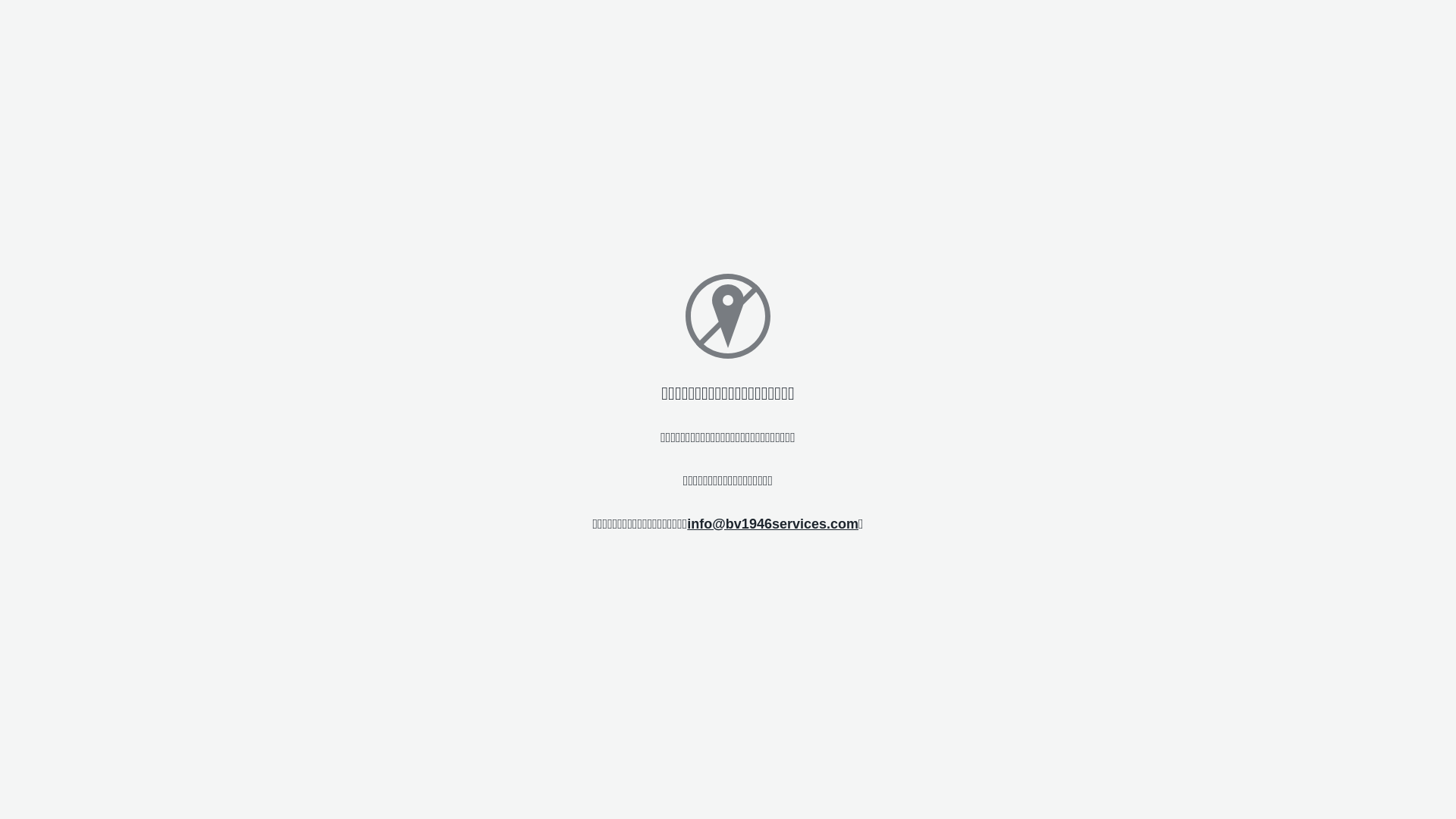 This screenshot has height=819, width=1456. Describe the element at coordinates (772, 522) in the screenshot. I see `'info@bv1946services.com'` at that location.